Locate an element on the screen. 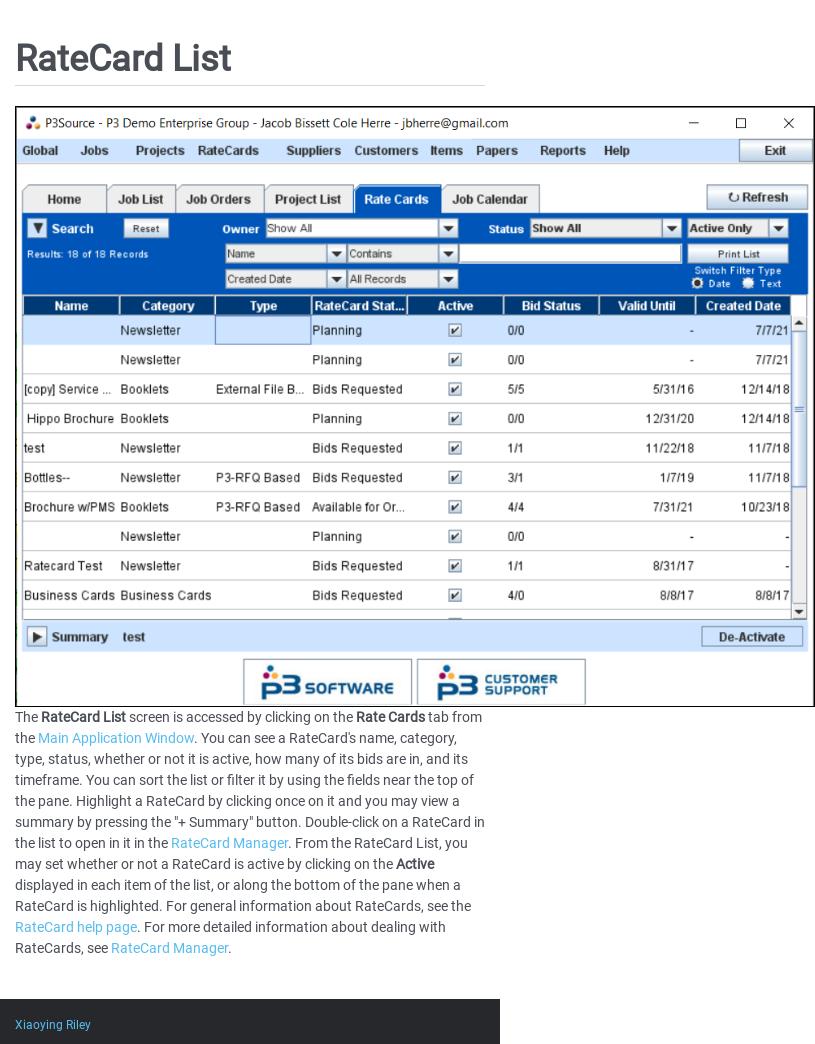 This screenshot has height=1044, width=815. 'screen is accessed by clicking on the' is located at coordinates (240, 714).